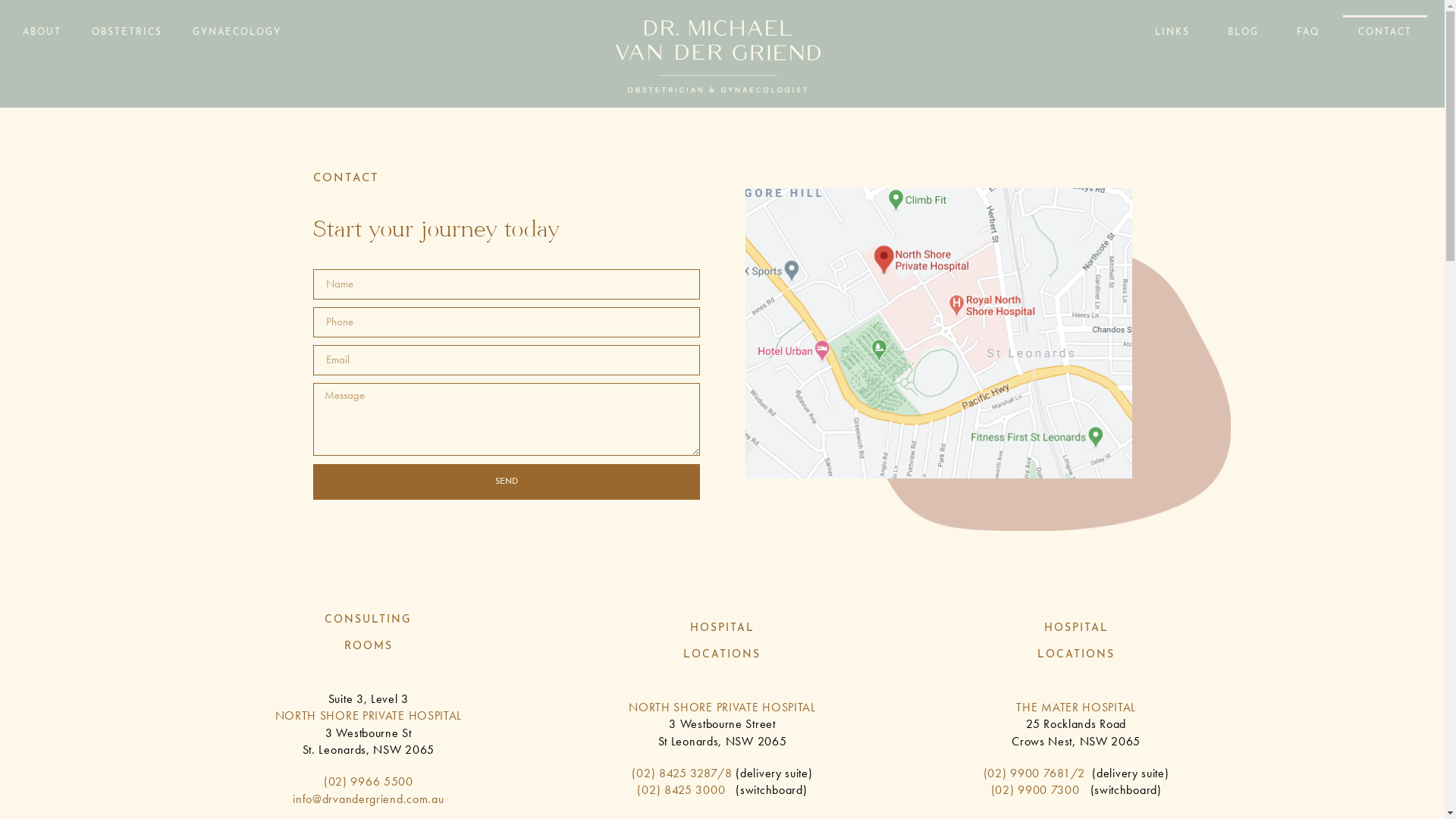 This screenshot has width=1456, height=819. Describe the element at coordinates (1075, 707) in the screenshot. I see `'THE MATER HOSPITAL'` at that location.